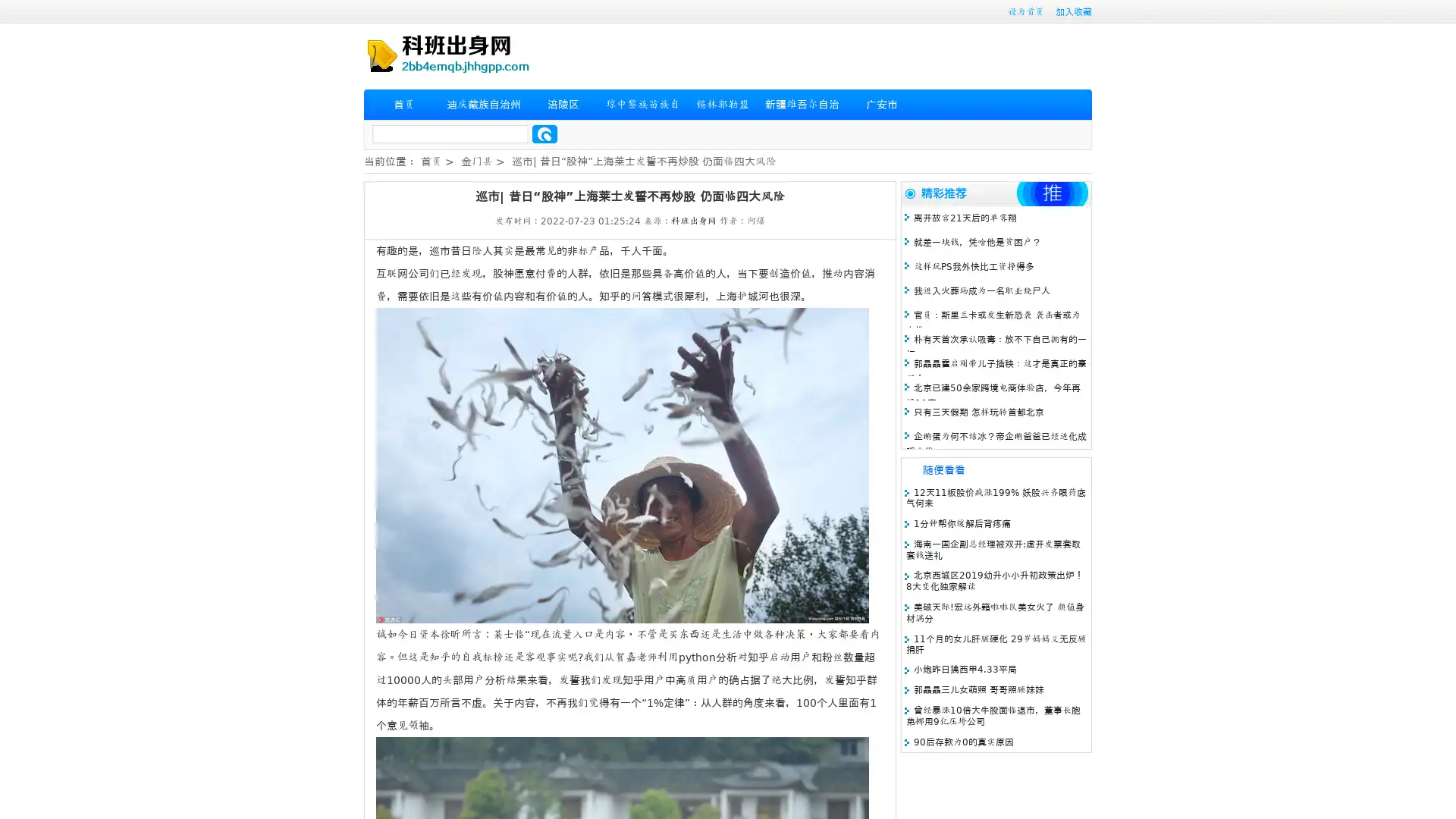 Image resolution: width=1456 pixels, height=819 pixels. Describe the element at coordinates (544, 133) in the screenshot. I see `Search` at that location.